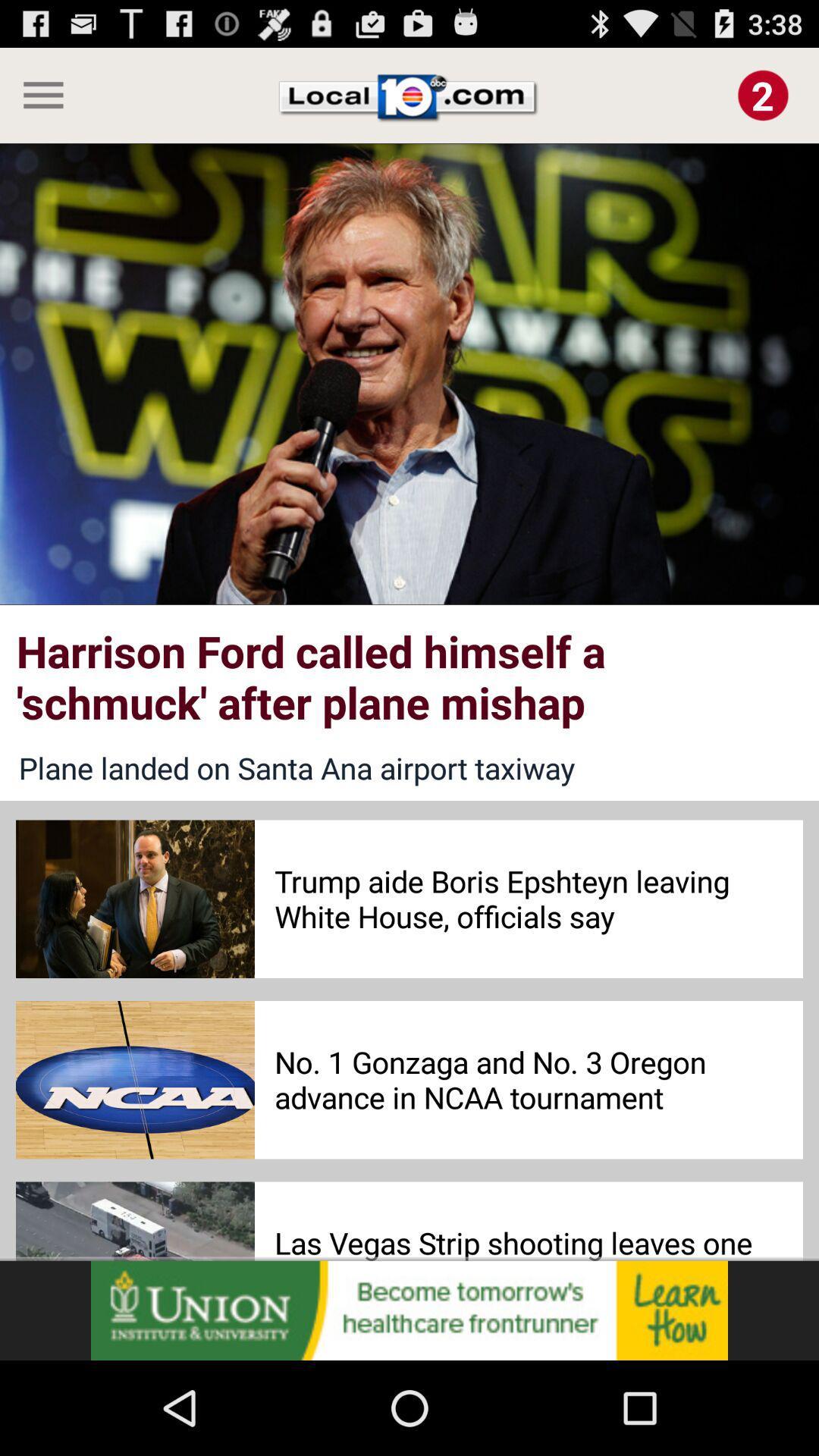 Image resolution: width=819 pixels, height=1456 pixels. I want to click on last image on left side of text las vegas, so click(134, 1222).